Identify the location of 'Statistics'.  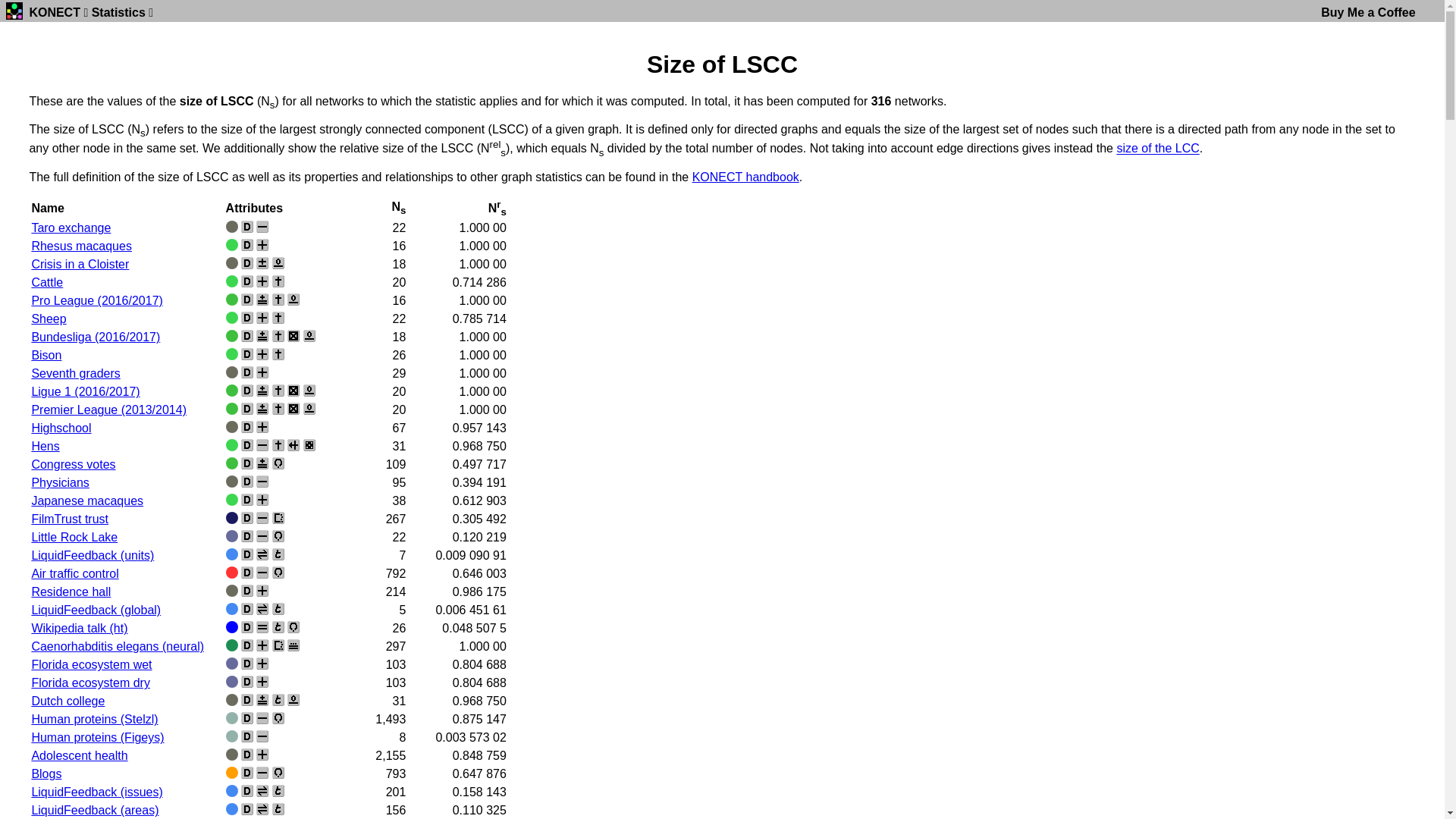
(118, 12).